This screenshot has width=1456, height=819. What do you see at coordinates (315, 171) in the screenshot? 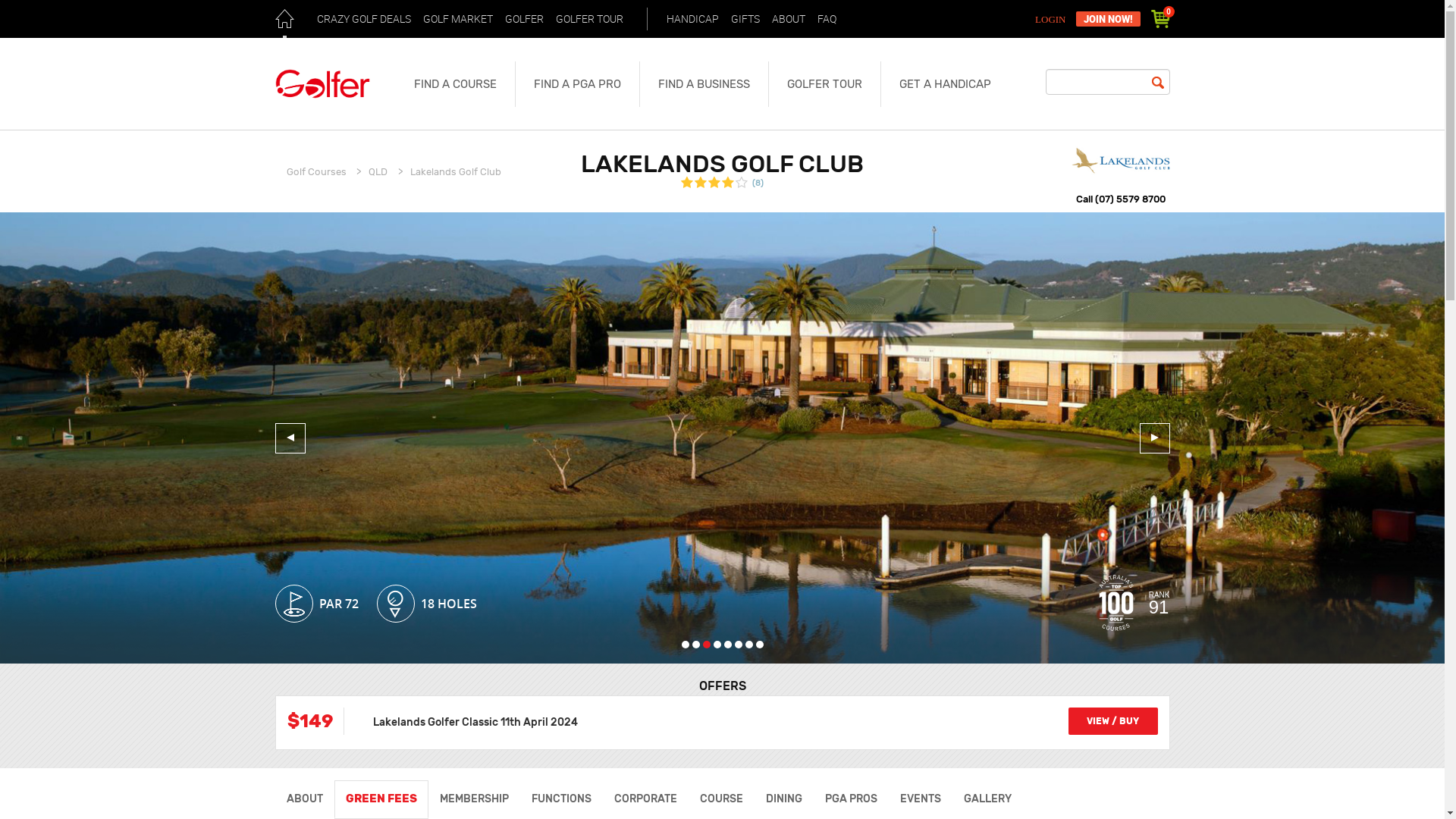
I see `'Golf Courses'` at bounding box center [315, 171].